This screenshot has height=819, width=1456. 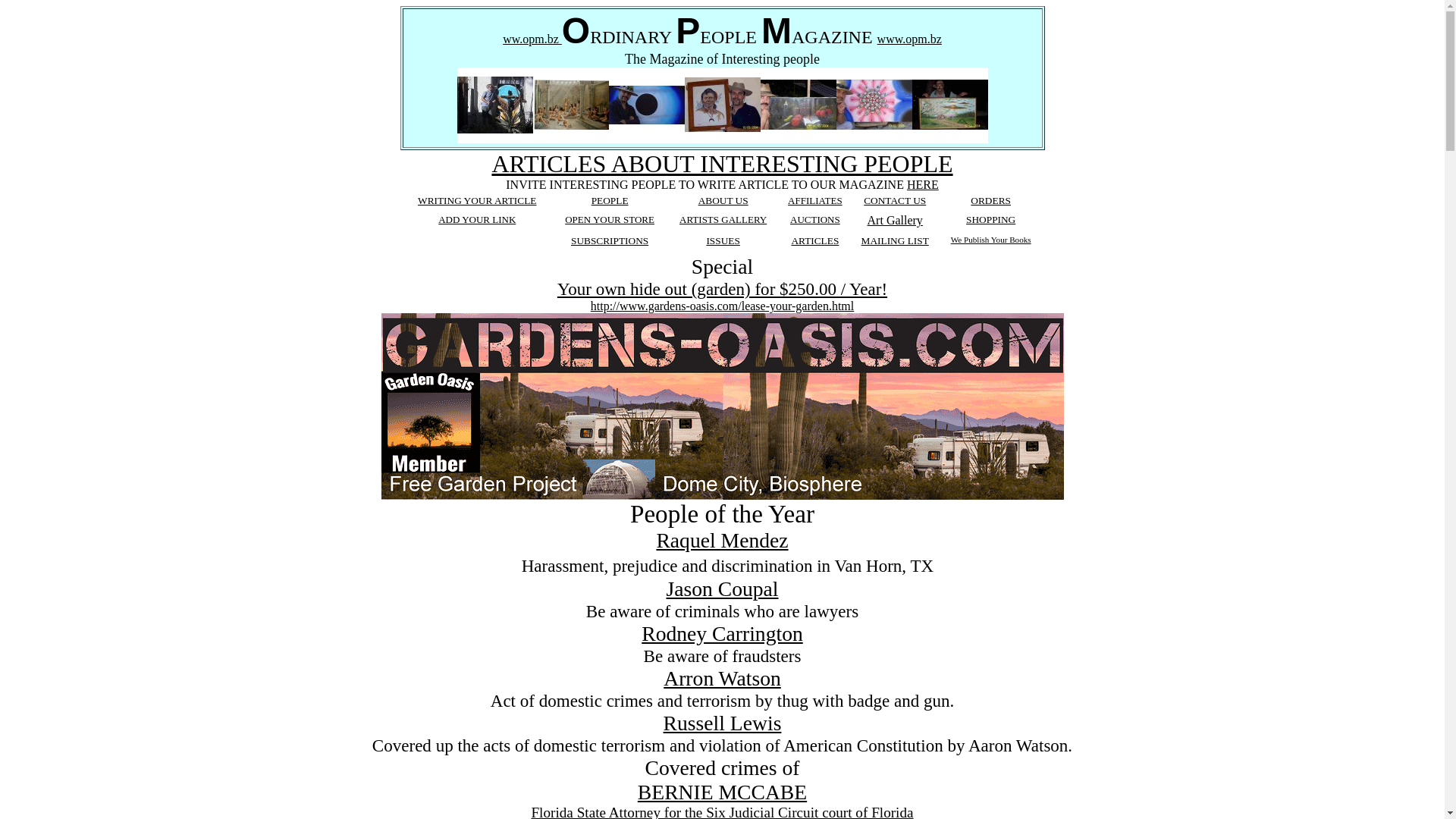 I want to click on 'ww.opm.bz', so click(x=532, y=38).